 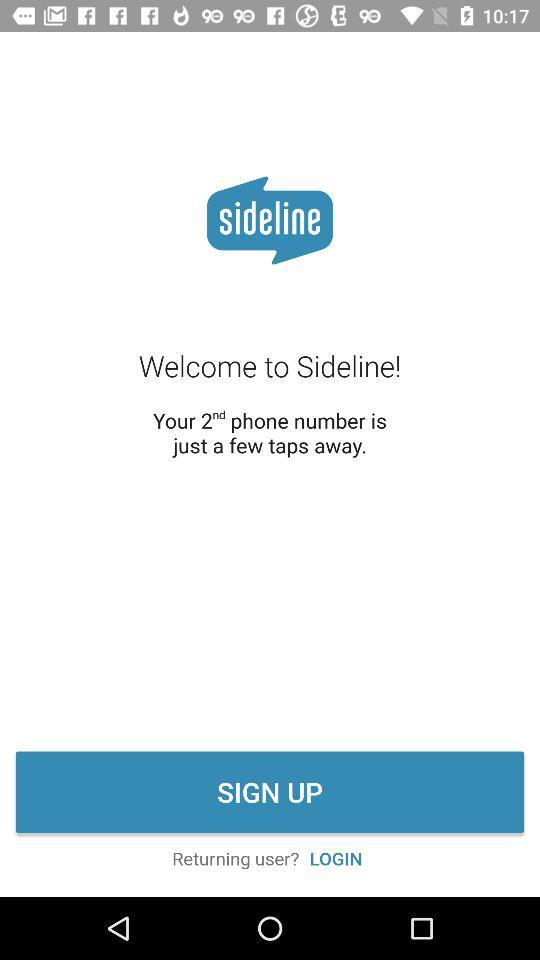 I want to click on icon below the your 2nd phone icon, so click(x=270, y=792).